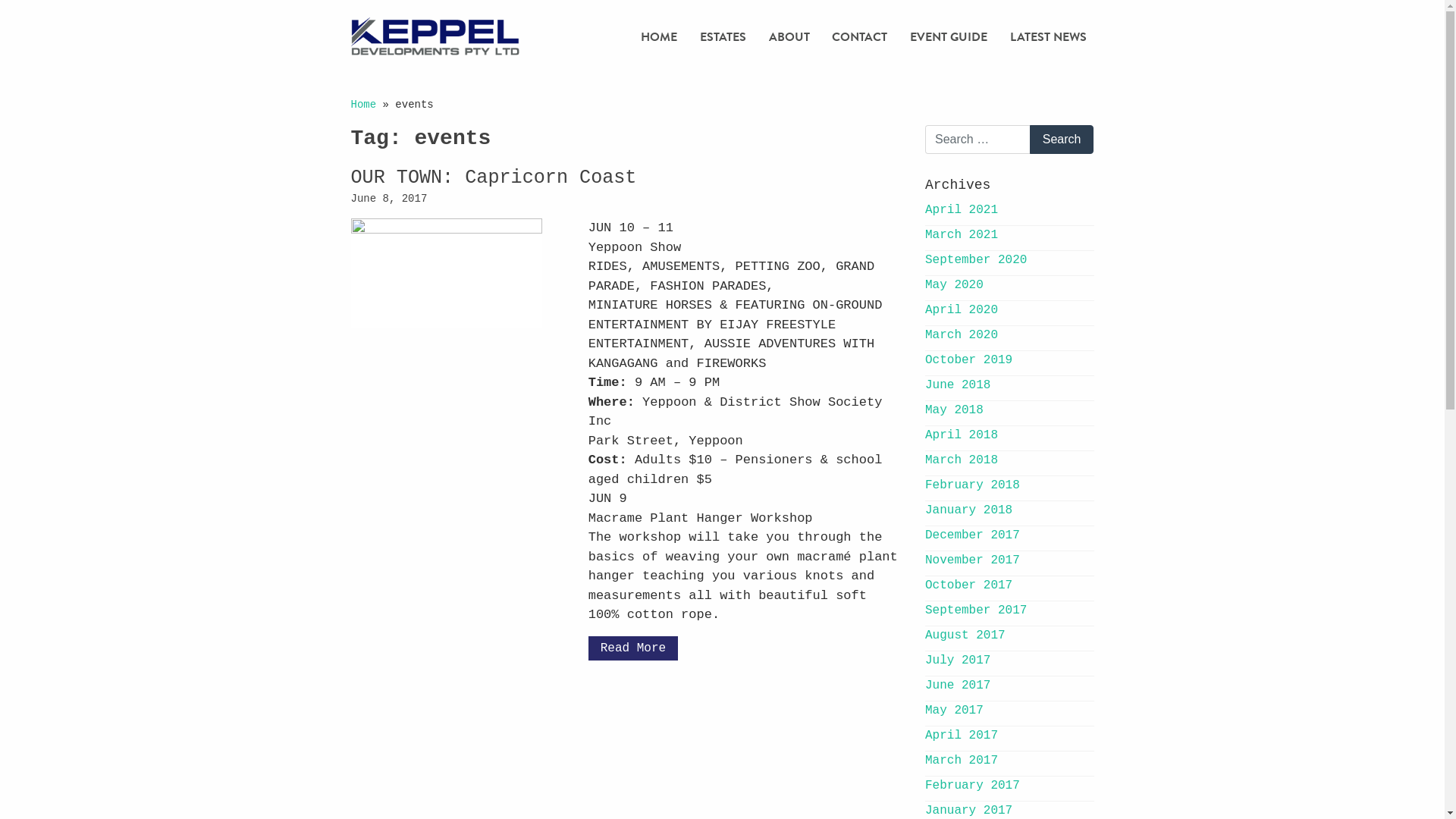  I want to click on 'April 2018', so click(960, 435).